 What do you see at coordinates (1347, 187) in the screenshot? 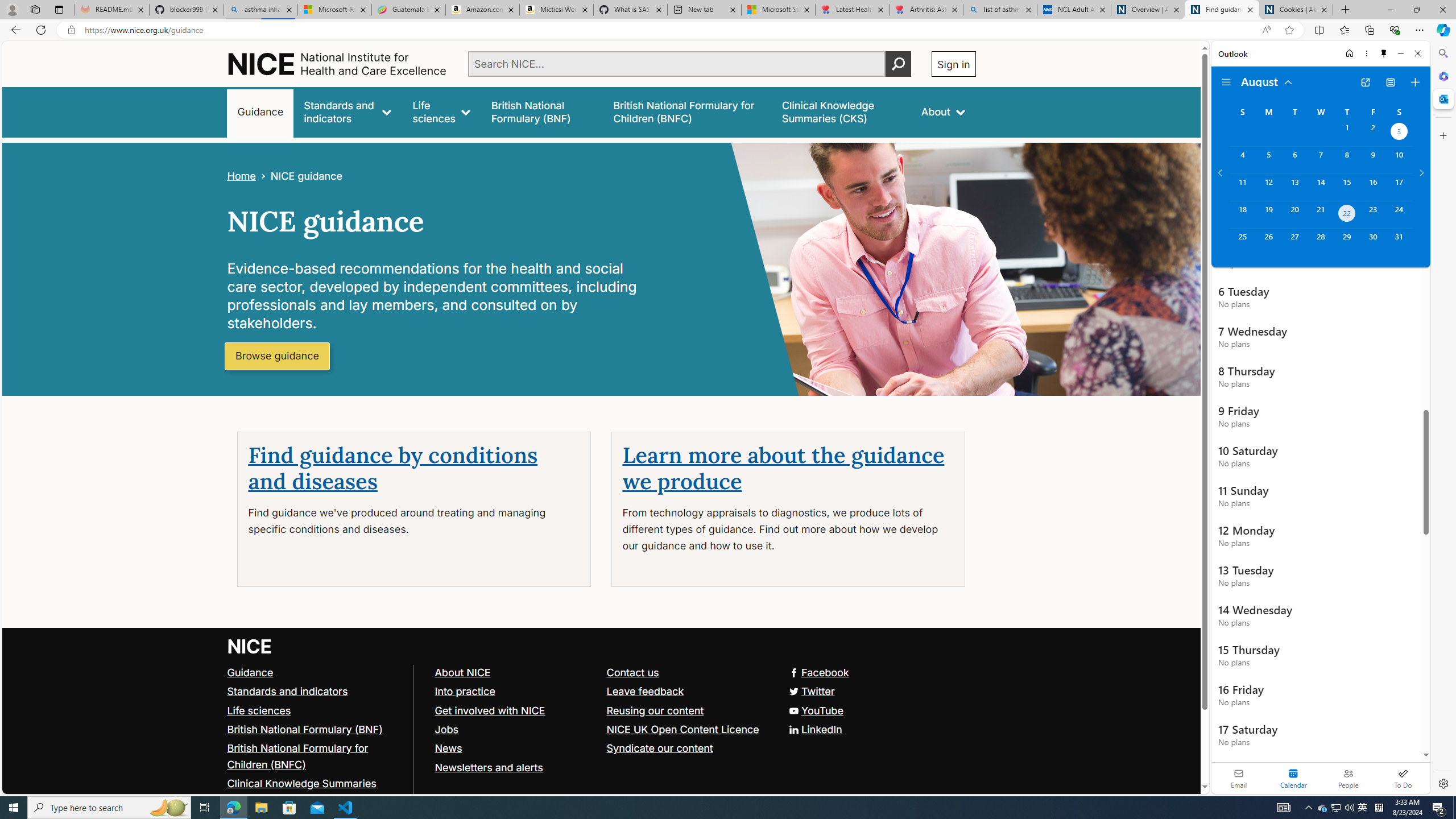
I see `'Thursday, August 15, 2024. '` at bounding box center [1347, 187].